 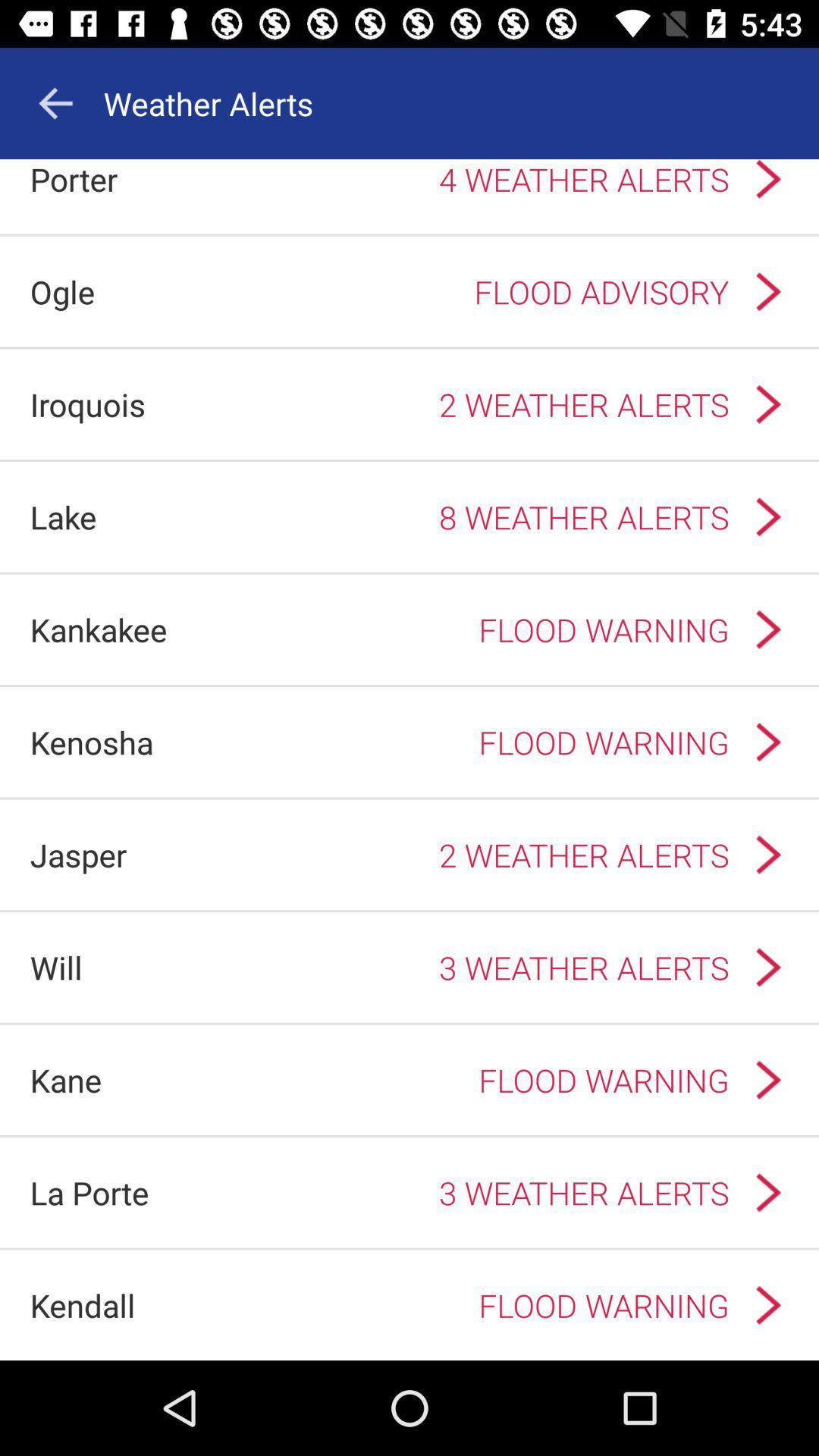 I want to click on item next to the 2 weather alerts icon, so click(x=87, y=404).